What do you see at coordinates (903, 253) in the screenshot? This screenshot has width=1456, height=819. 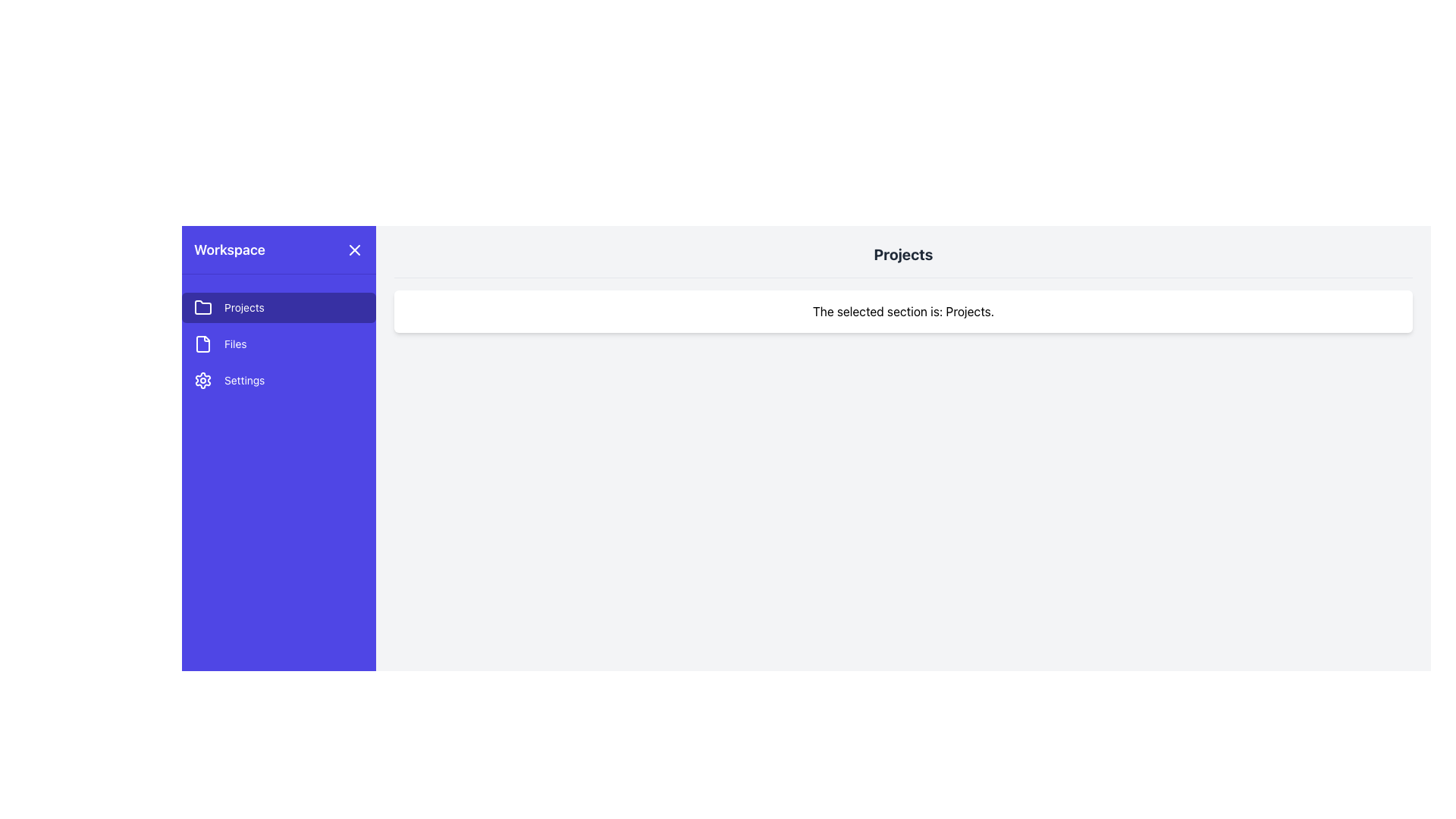 I see `the header titled 'Projects', which indicates the primary focus of the current section and is located at the upper region of the main content area` at bounding box center [903, 253].